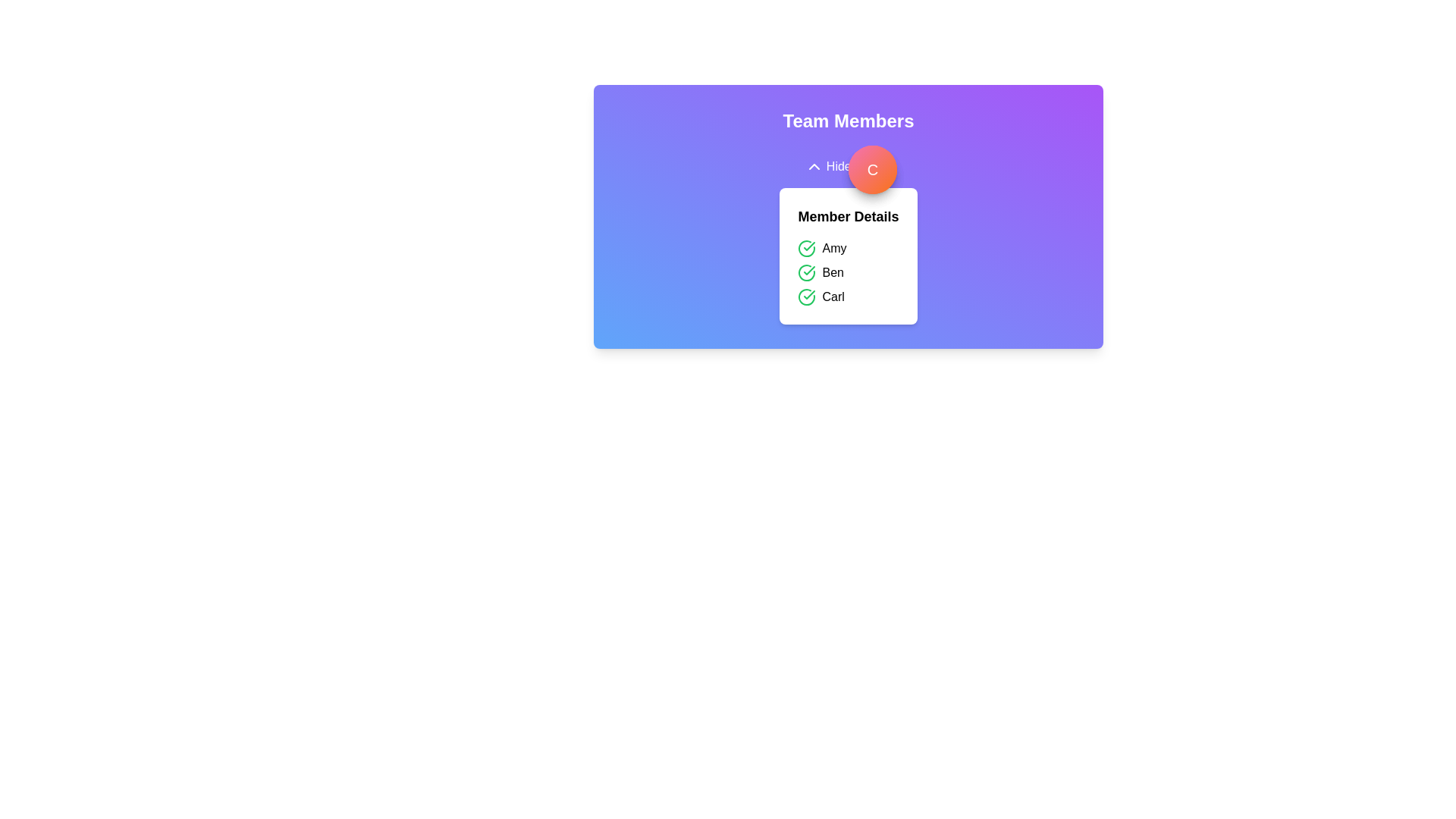 This screenshot has width=1456, height=819. What do you see at coordinates (833, 247) in the screenshot?
I see `the text label representing a member's name, which is the first element in a vertically aligned list within a card-like component` at bounding box center [833, 247].